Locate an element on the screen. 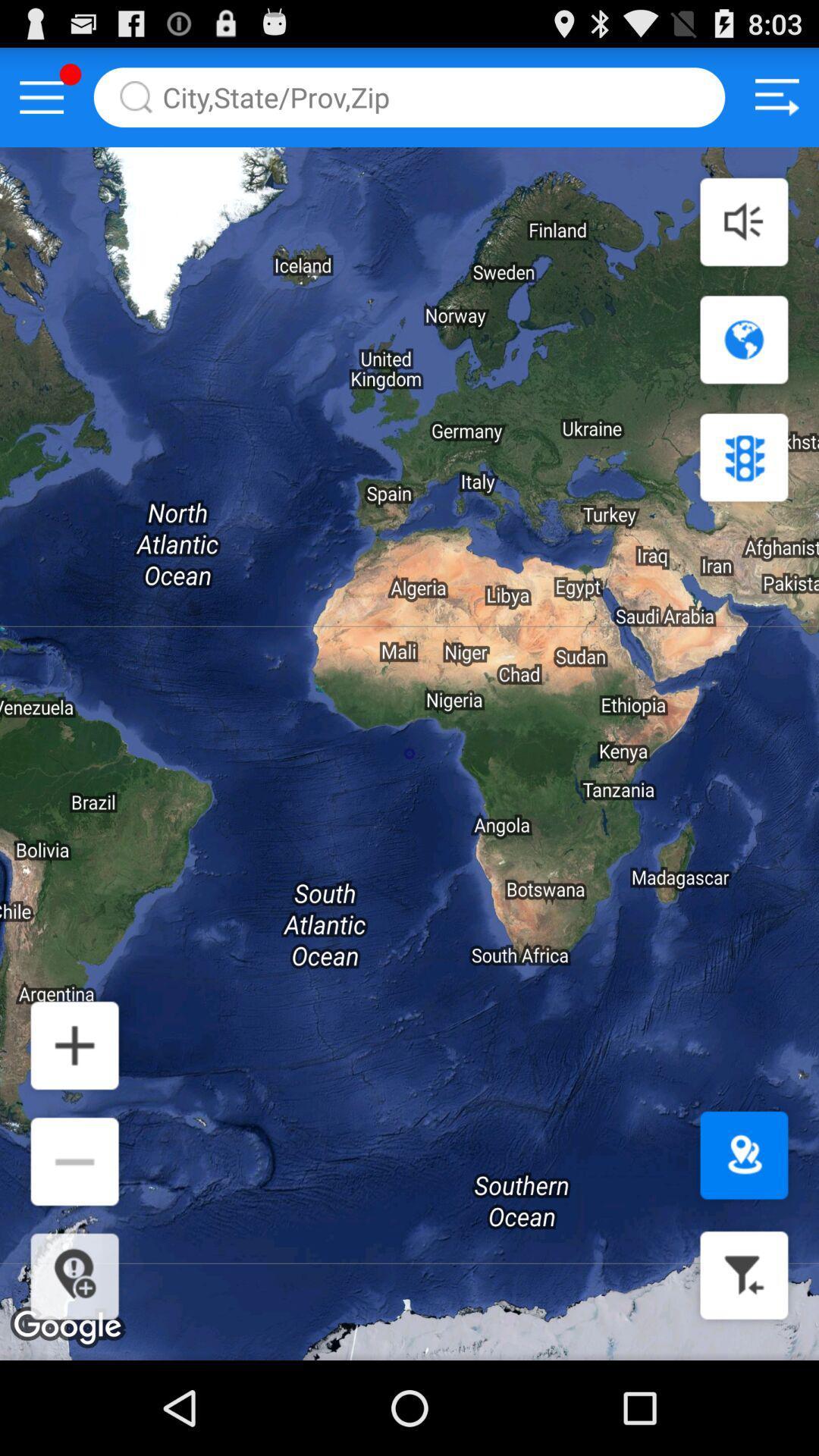 Image resolution: width=819 pixels, height=1456 pixels. city zip space is located at coordinates (409, 96).